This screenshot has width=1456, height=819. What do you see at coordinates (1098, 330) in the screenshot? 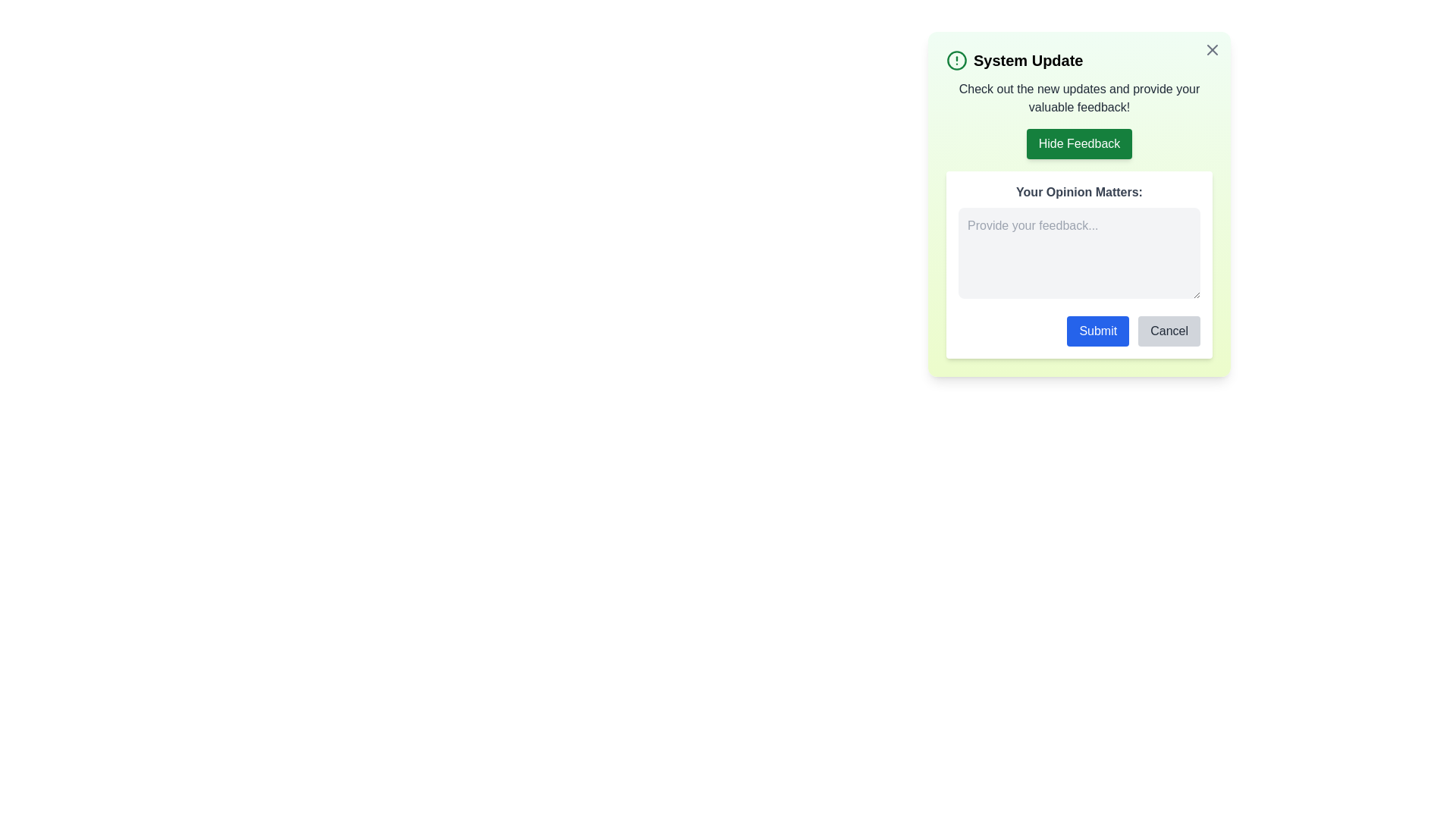
I see `the 'Submit' button to submit feedback` at bounding box center [1098, 330].